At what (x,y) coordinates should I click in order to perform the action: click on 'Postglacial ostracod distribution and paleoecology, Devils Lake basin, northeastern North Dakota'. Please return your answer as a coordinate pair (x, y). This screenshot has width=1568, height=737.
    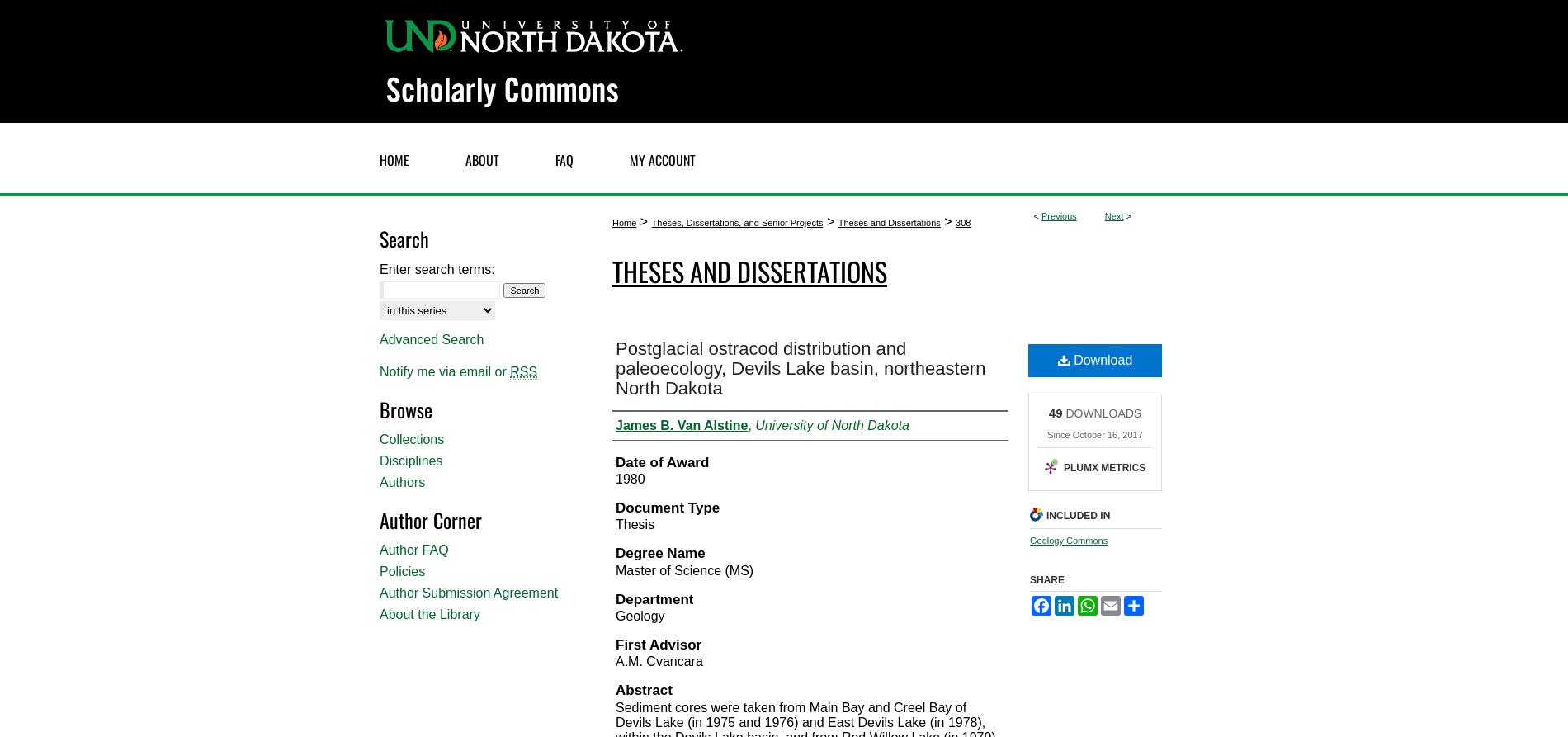
    Looking at the image, I should click on (800, 367).